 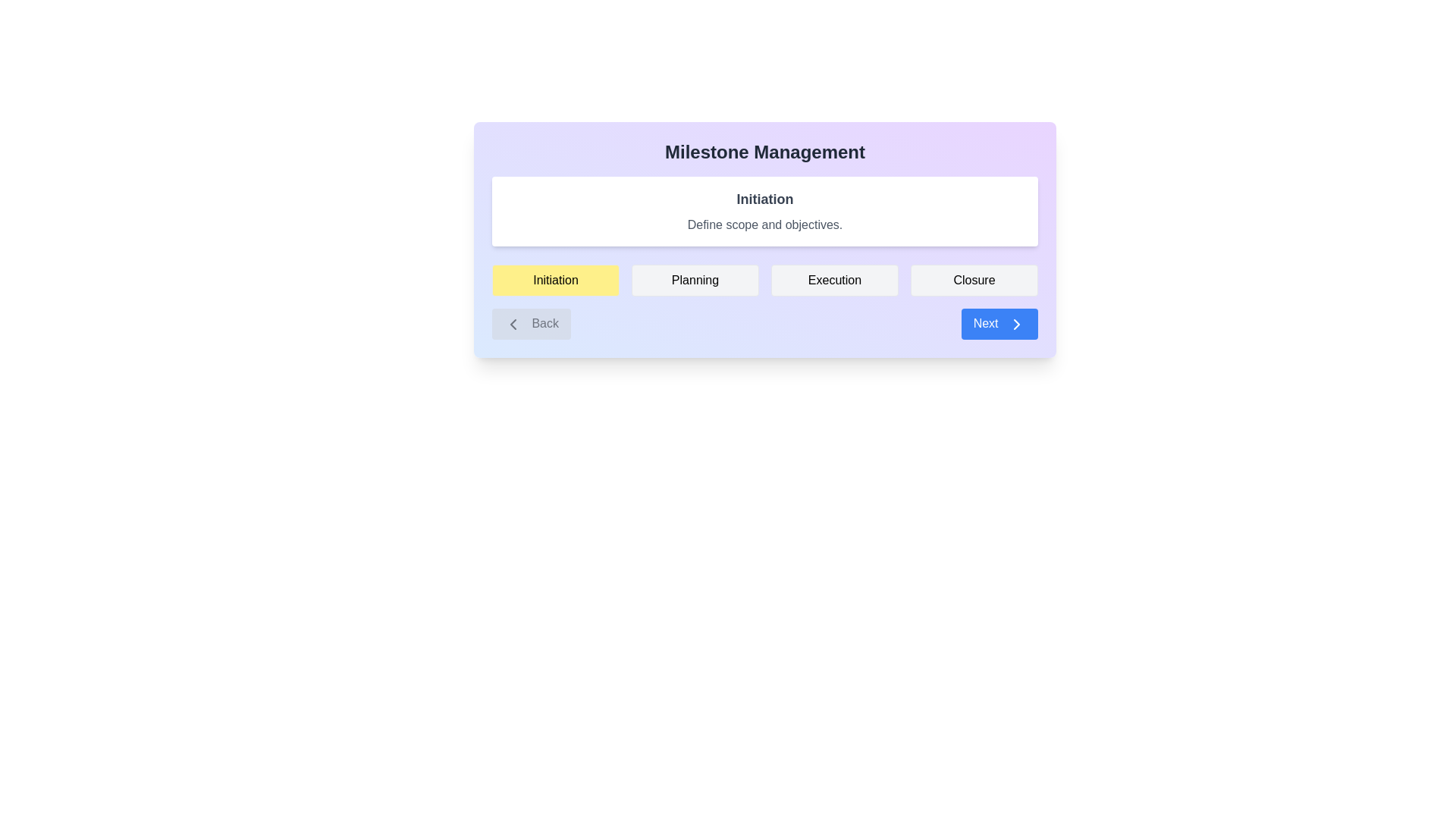 What do you see at coordinates (694, 281) in the screenshot?
I see `the 'Planning' button, which is the second button in a grid layout, located to the right of 'Initiation' and to the left of 'Execution'` at bounding box center [694, 281].